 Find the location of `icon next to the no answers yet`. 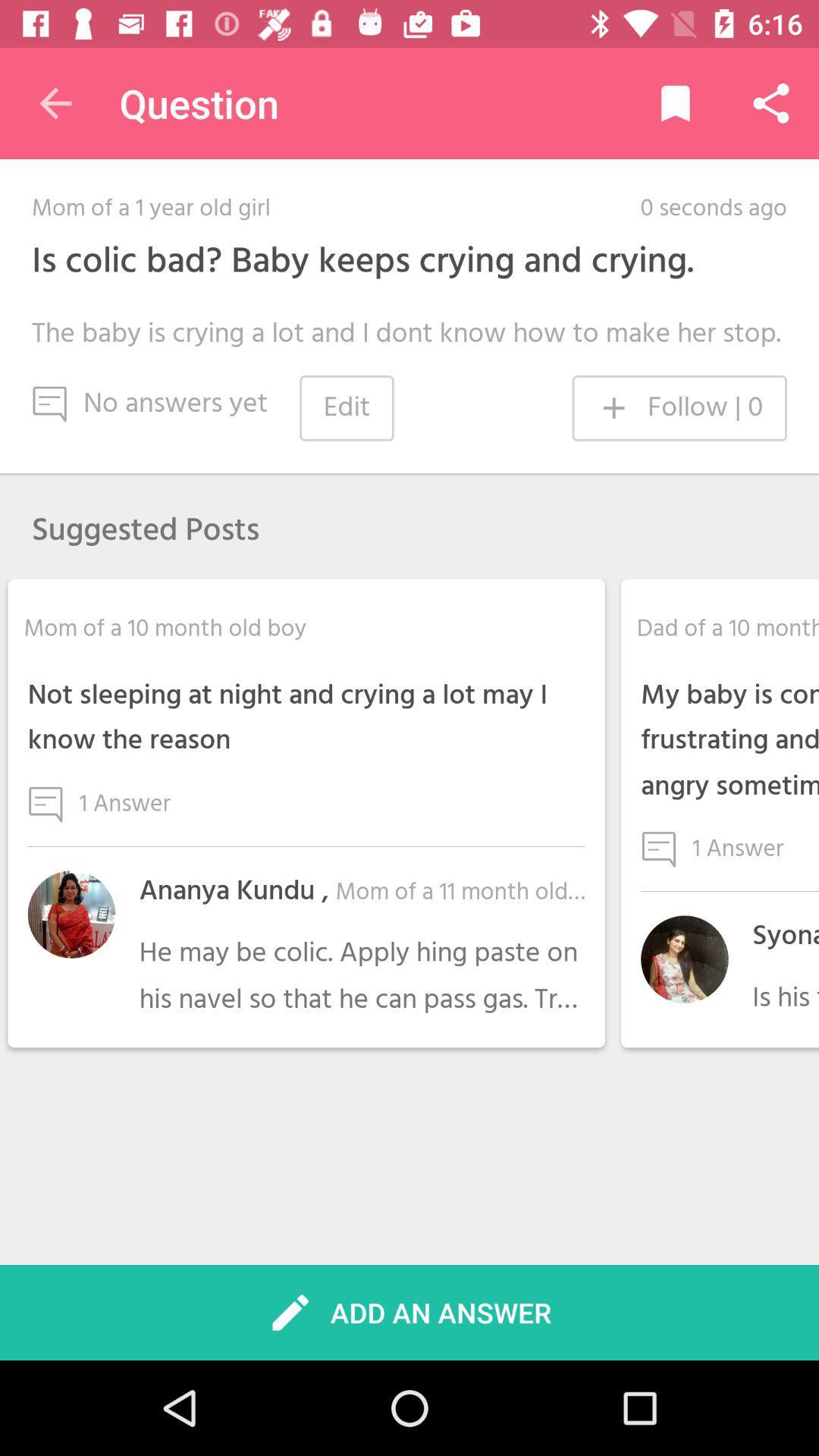

icon next to the no answers yet is located at coordinates (347, 408).